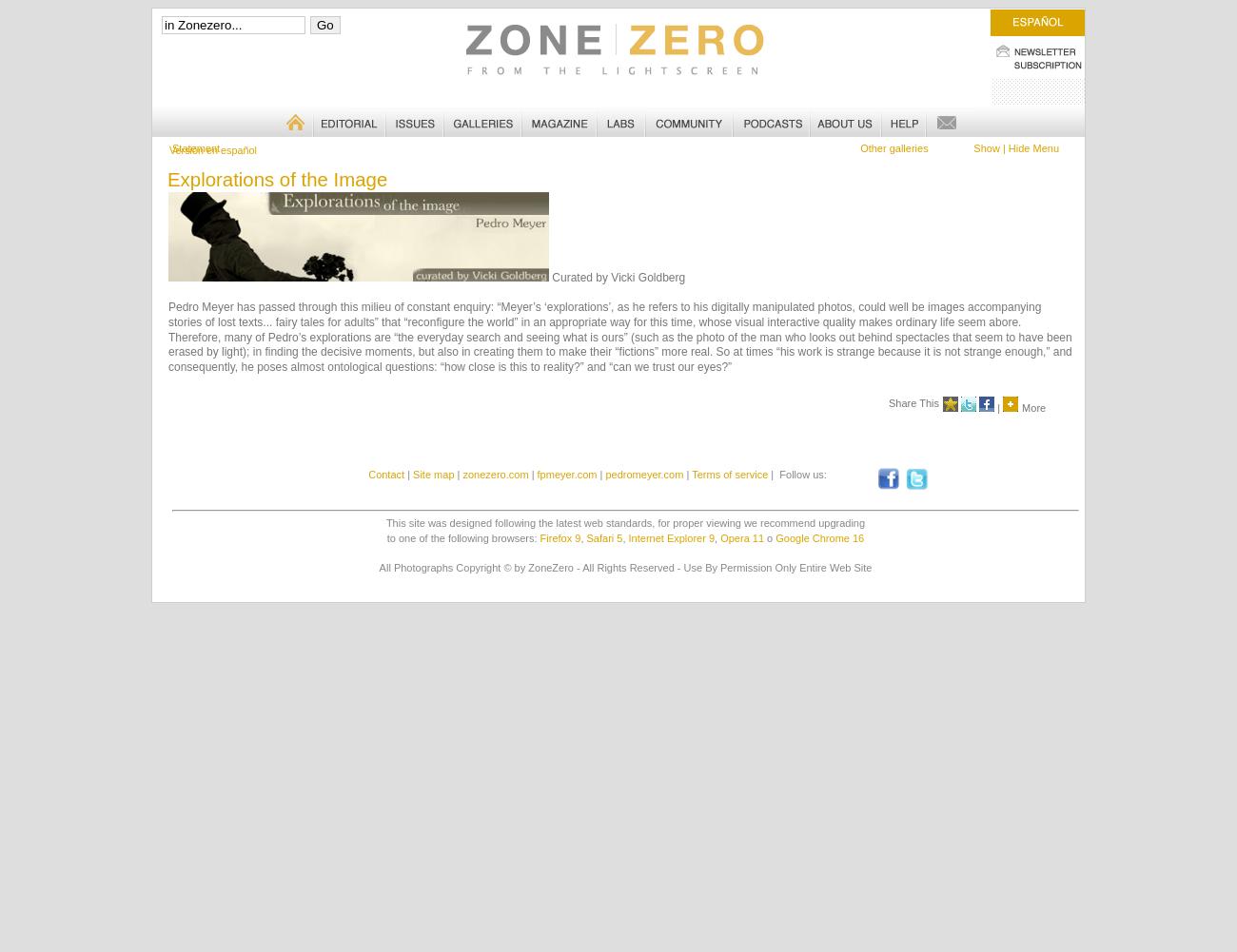 The image size is (1237, 952). I want to click on 'Terms of service', so click(729, 474).